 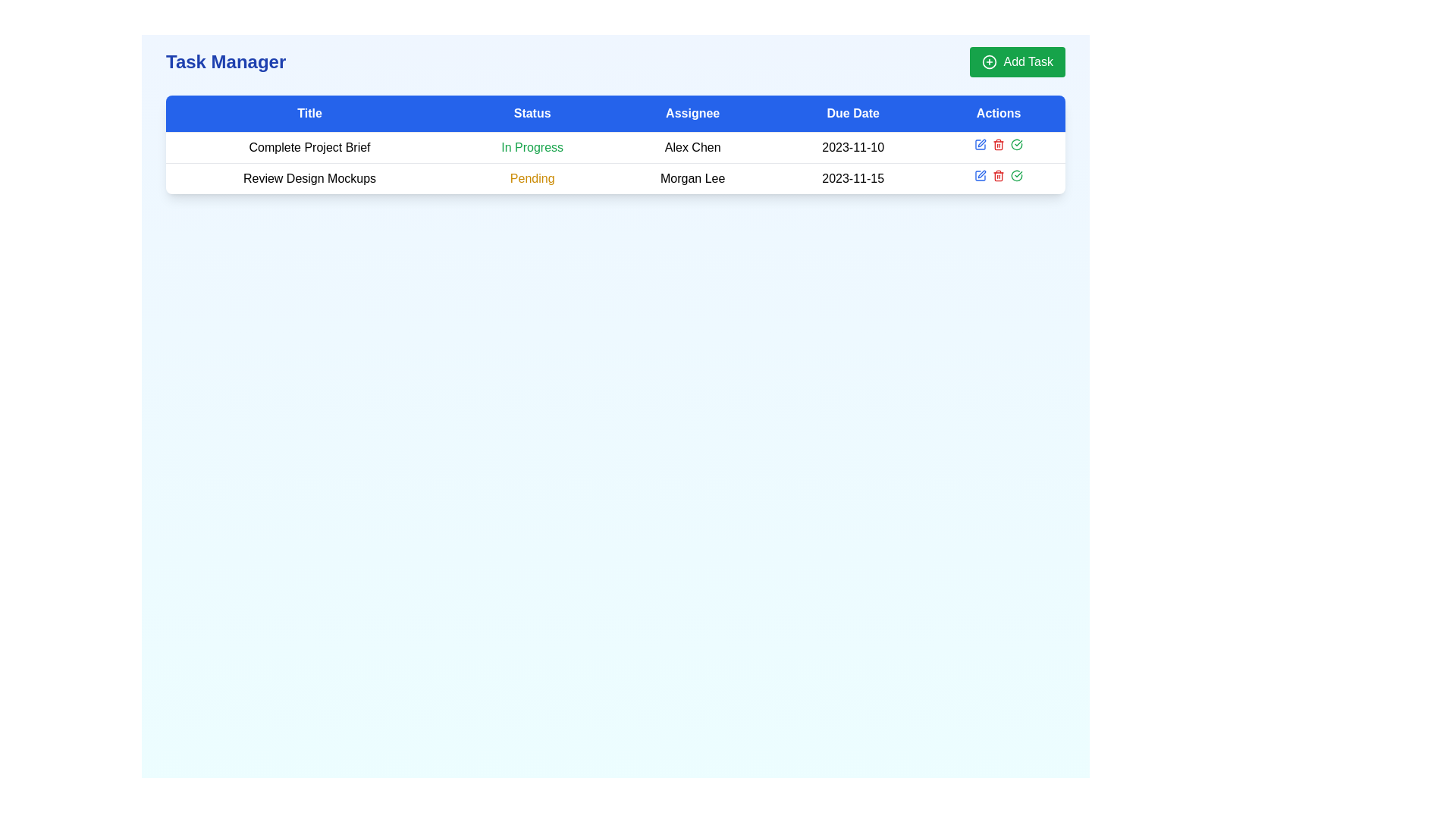 What do you see at coordinates (1017, 174) in the screenshot?
I see `the circular completion icon outlined by a green stroke with a check mark inside, located in the 'Actions' column of the first row of the table for the task 'Complete Project Brief', to mark the task as complete` at bounding box center [1017, 174].